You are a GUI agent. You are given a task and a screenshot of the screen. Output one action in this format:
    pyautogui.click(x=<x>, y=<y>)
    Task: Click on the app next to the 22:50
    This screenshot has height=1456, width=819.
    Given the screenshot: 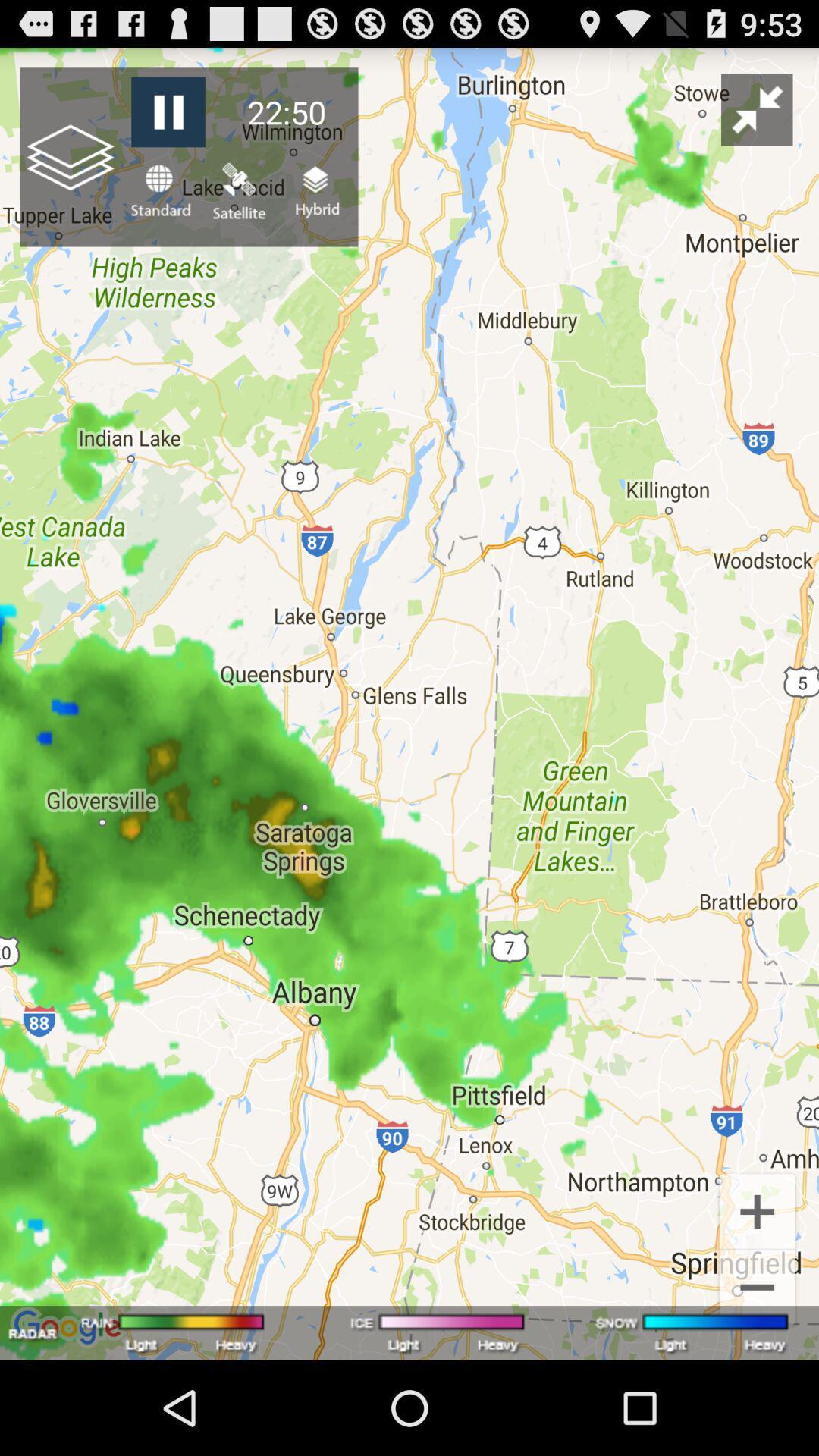 What is the action you would take?
    pyautogui.click(x=757, y=108)
    